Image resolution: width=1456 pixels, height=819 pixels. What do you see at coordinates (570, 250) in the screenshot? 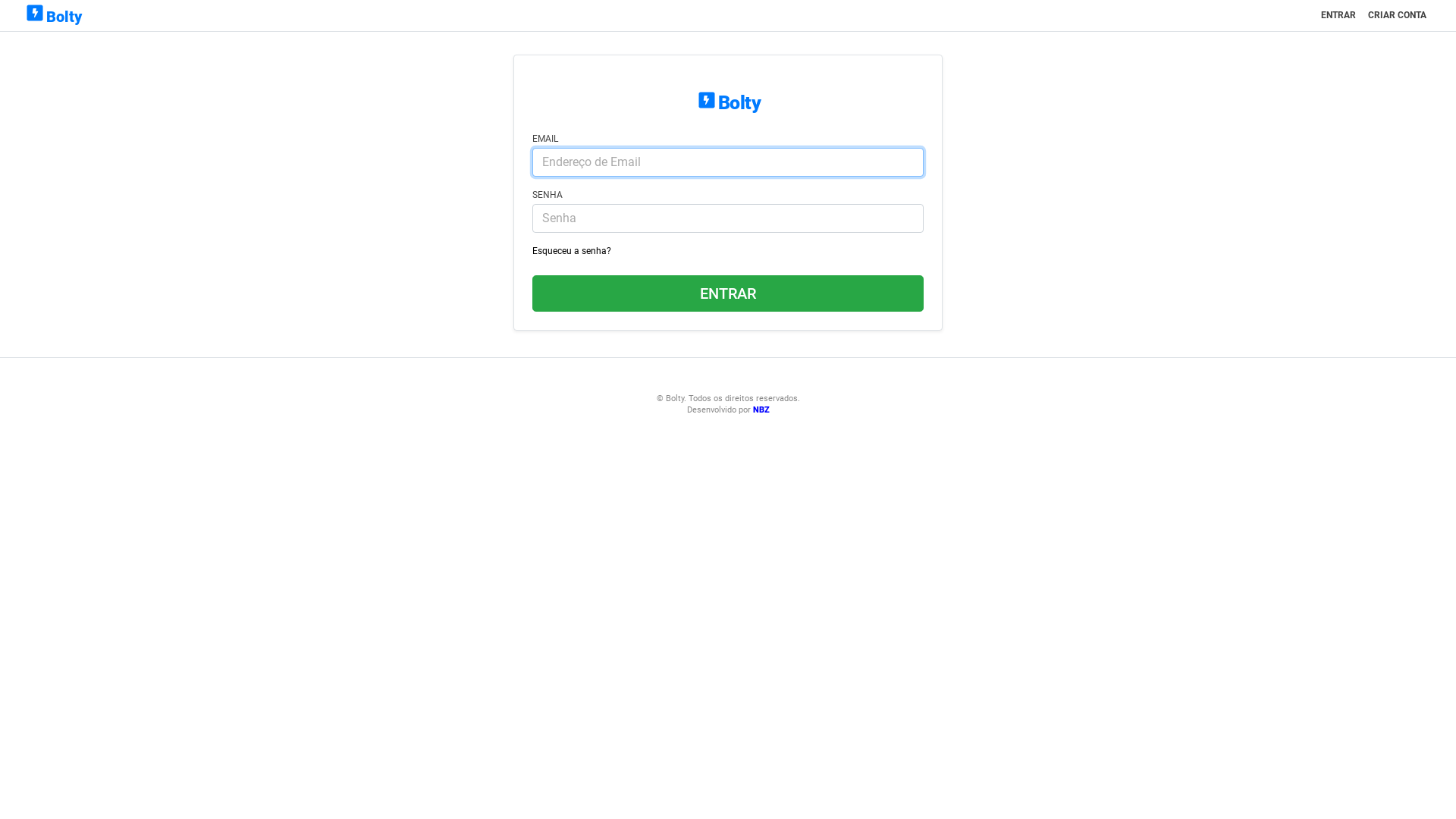
I see `'Esqueceu a senha?'` at bounding box center [570, 250].